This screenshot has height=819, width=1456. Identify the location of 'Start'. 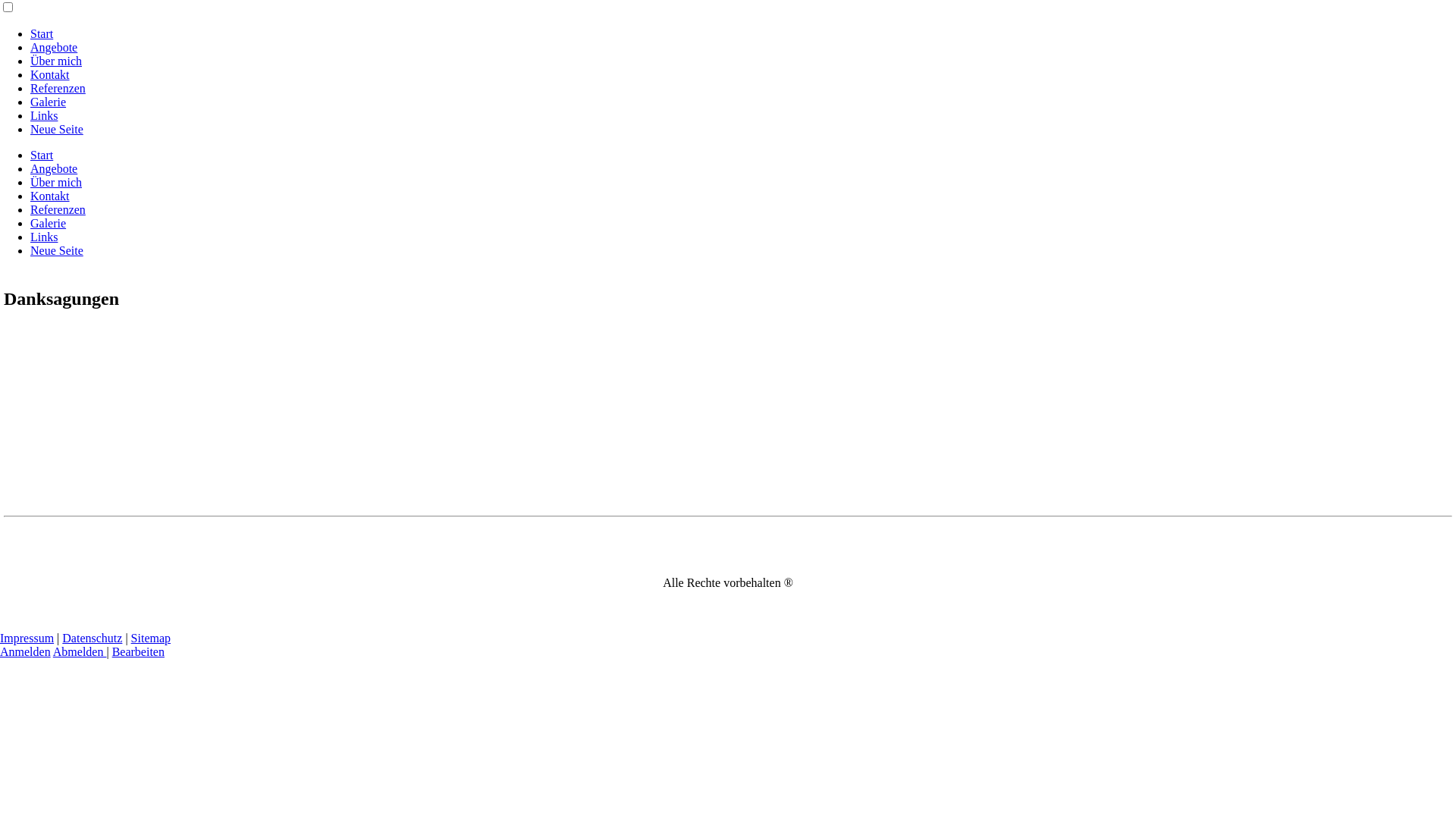
(41, 33).